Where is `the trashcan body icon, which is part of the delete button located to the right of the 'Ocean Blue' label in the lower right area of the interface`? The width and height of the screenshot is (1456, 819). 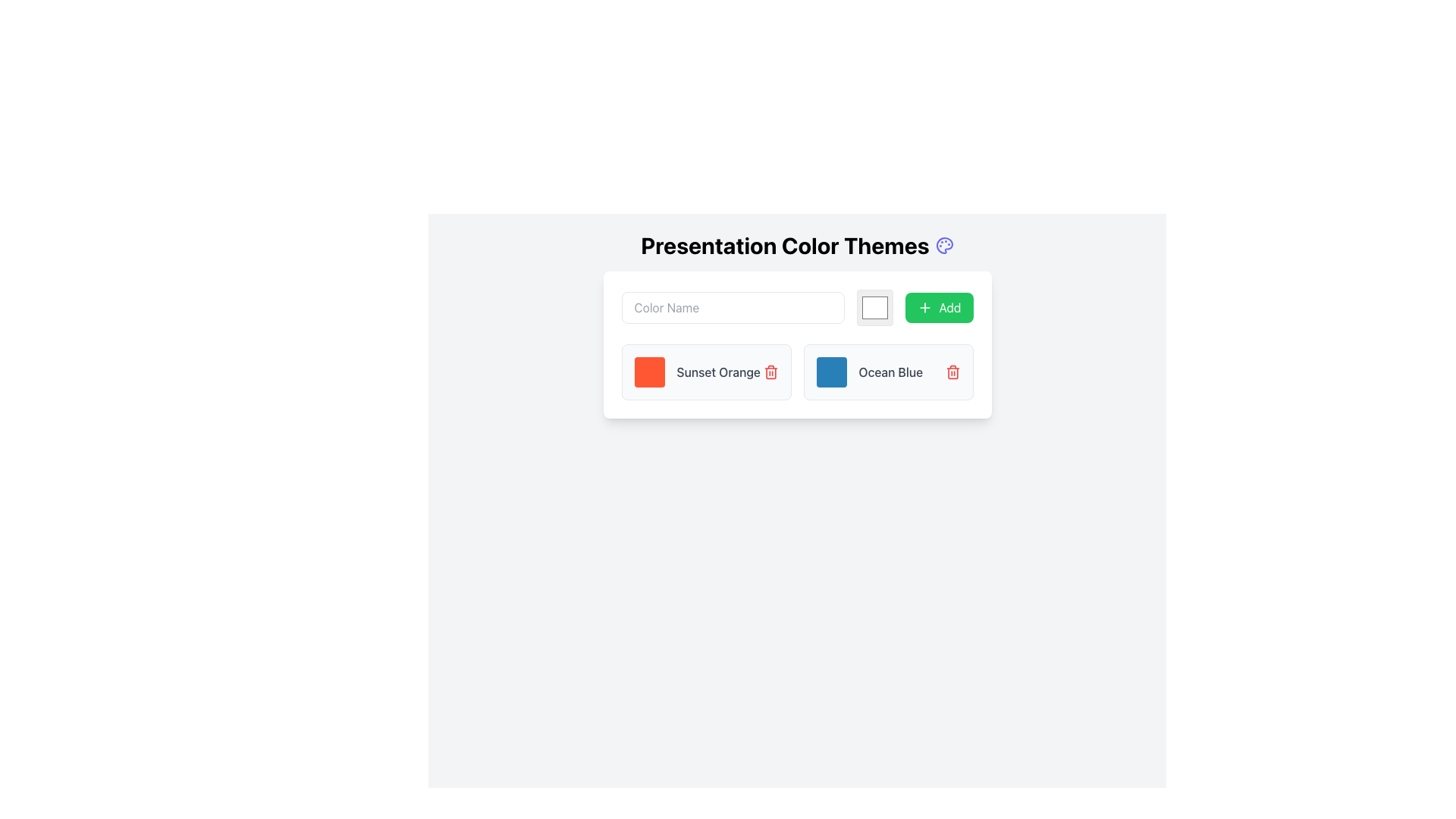
the trashcan body icon, which is part of the delete button located to the right of the 'Ocean Blue' label in the lower right area of the interface is located at coordinates (952, 373).